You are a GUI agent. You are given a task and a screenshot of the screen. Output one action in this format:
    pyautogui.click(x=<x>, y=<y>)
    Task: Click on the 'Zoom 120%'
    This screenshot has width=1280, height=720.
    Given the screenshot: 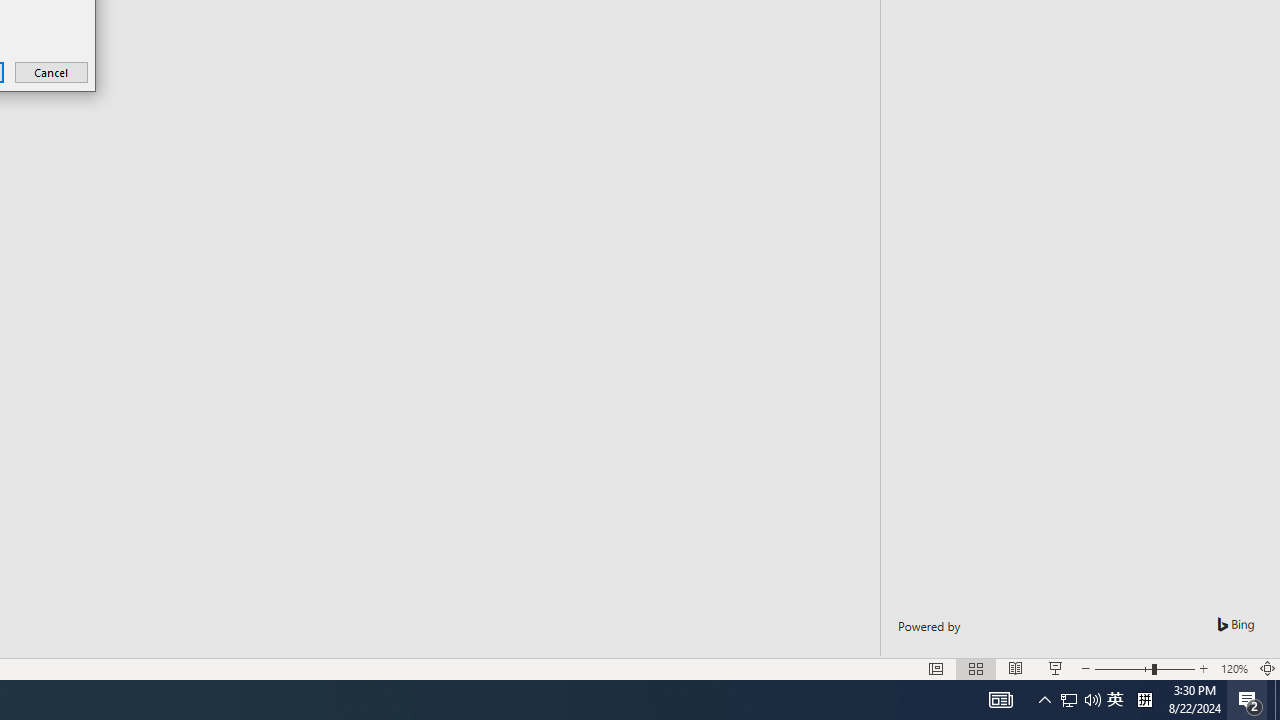 What is the action you would take?
    pyautogui.click(x=1233, y=669)
    